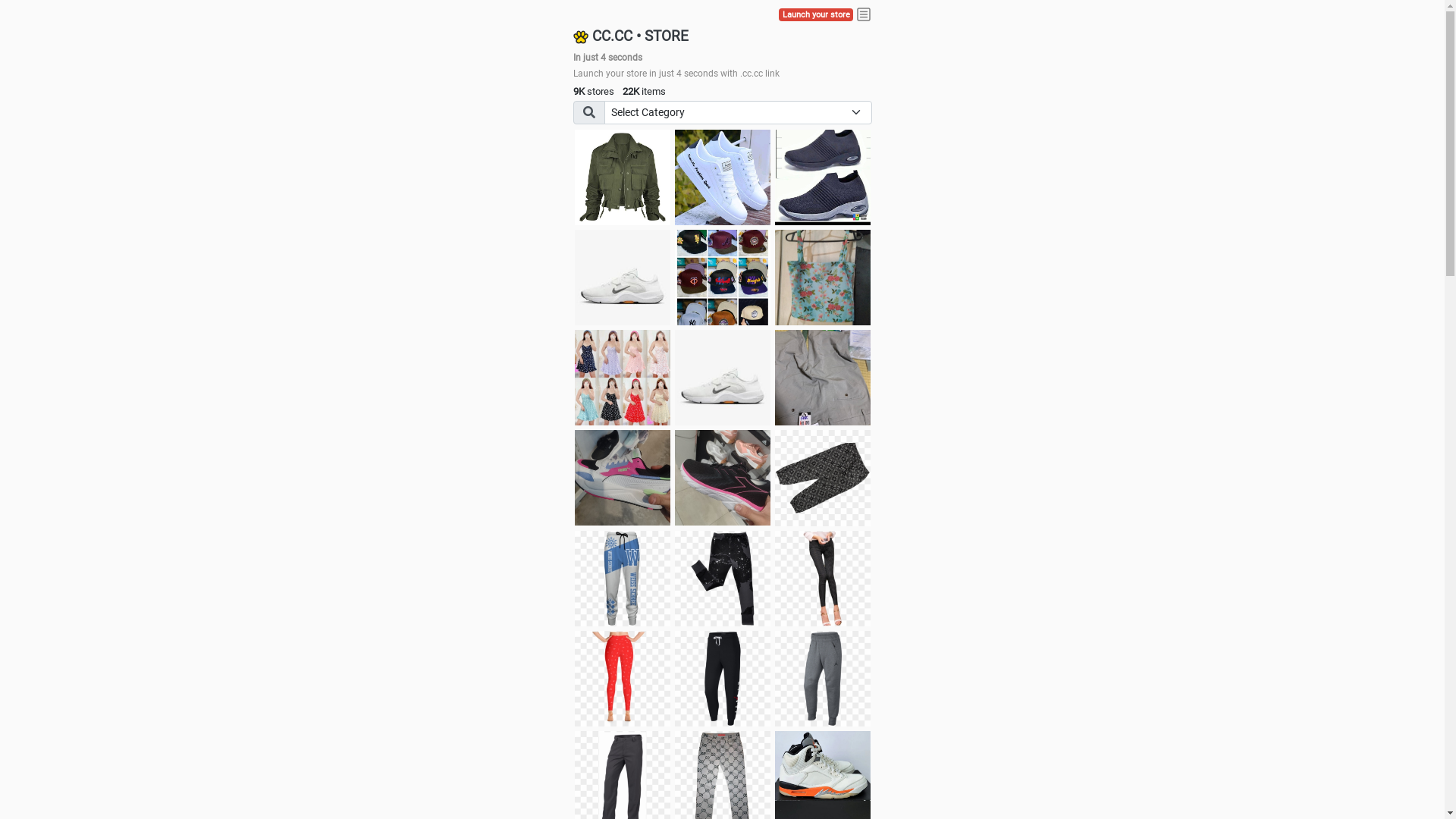 This screenshot has width=1456, height=819. I want to click on 'Pant', so click(722, 677).